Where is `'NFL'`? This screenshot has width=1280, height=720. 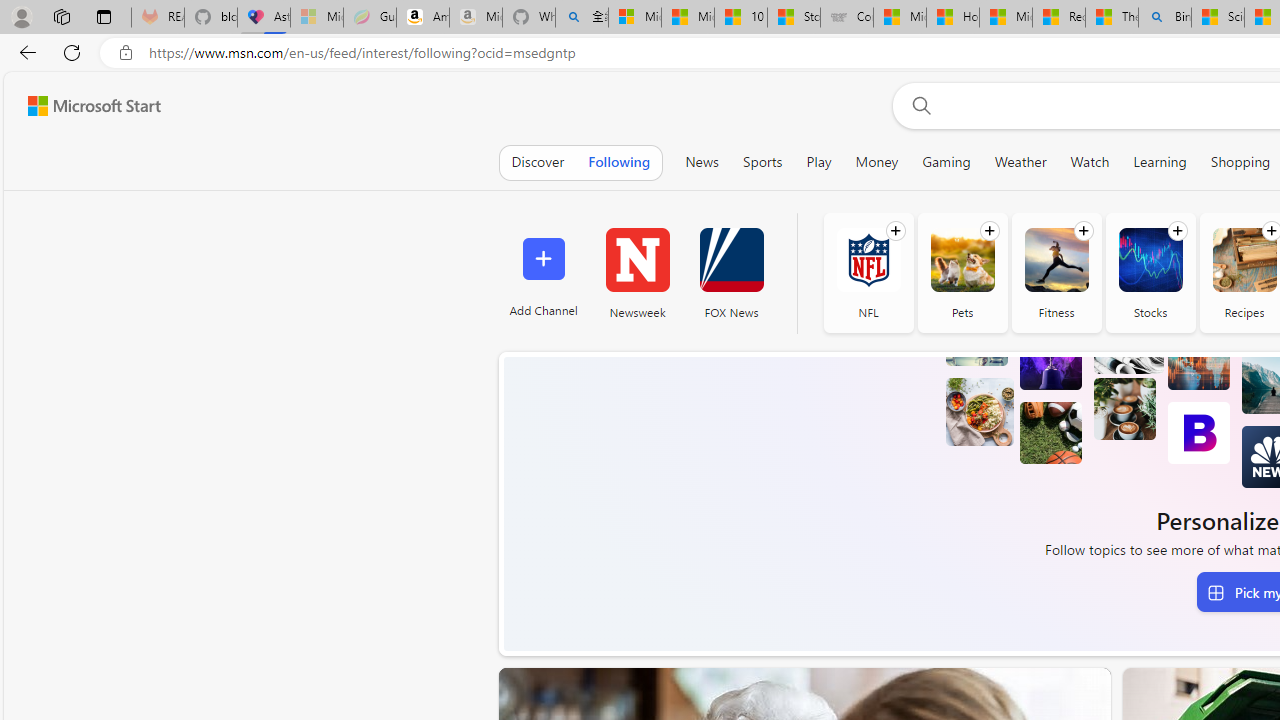 'NFL' is located at coordinates (868, 272).